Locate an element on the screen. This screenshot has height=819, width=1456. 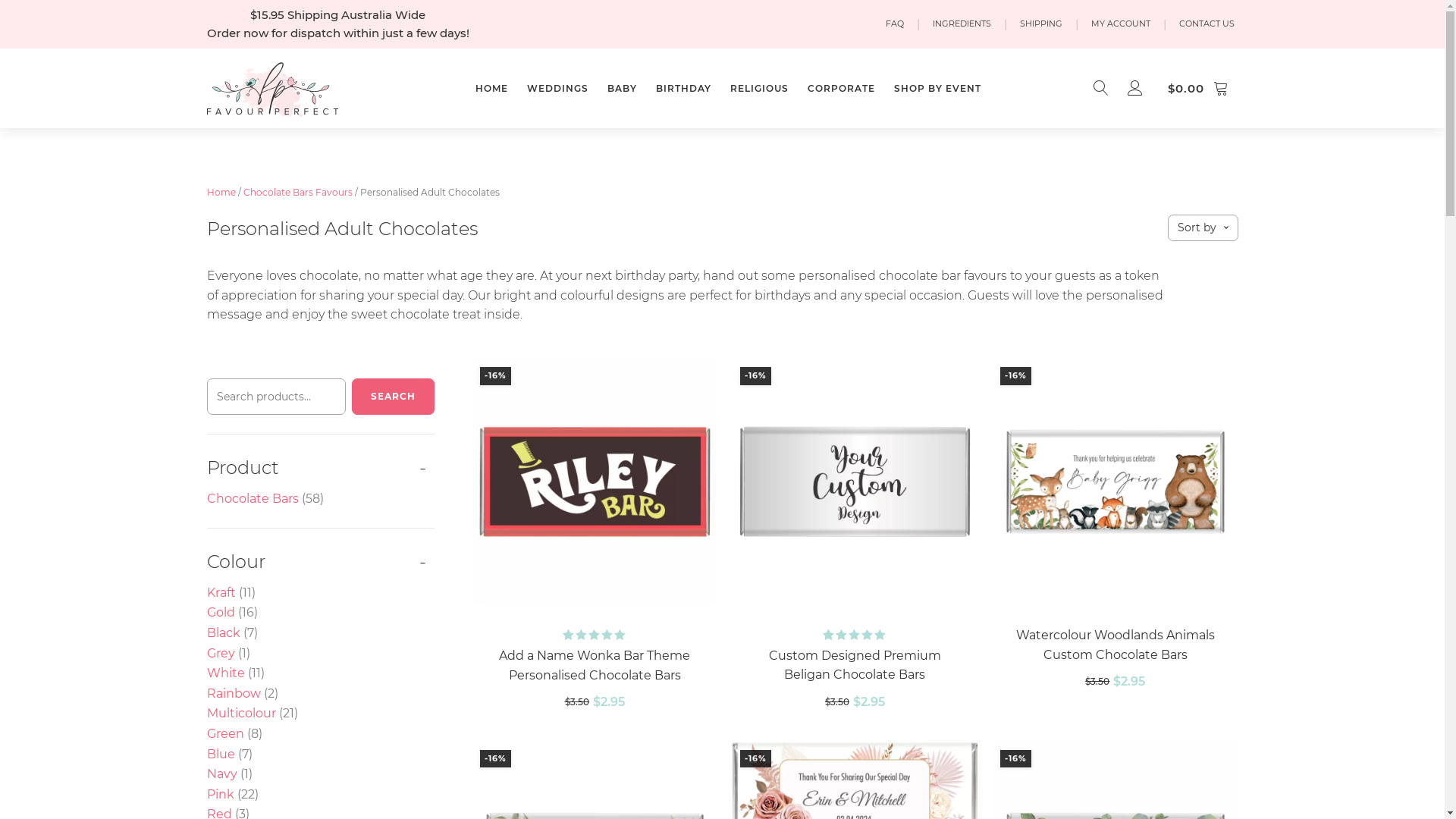
'CONTACT US' is located at coordinates (1206, 24).